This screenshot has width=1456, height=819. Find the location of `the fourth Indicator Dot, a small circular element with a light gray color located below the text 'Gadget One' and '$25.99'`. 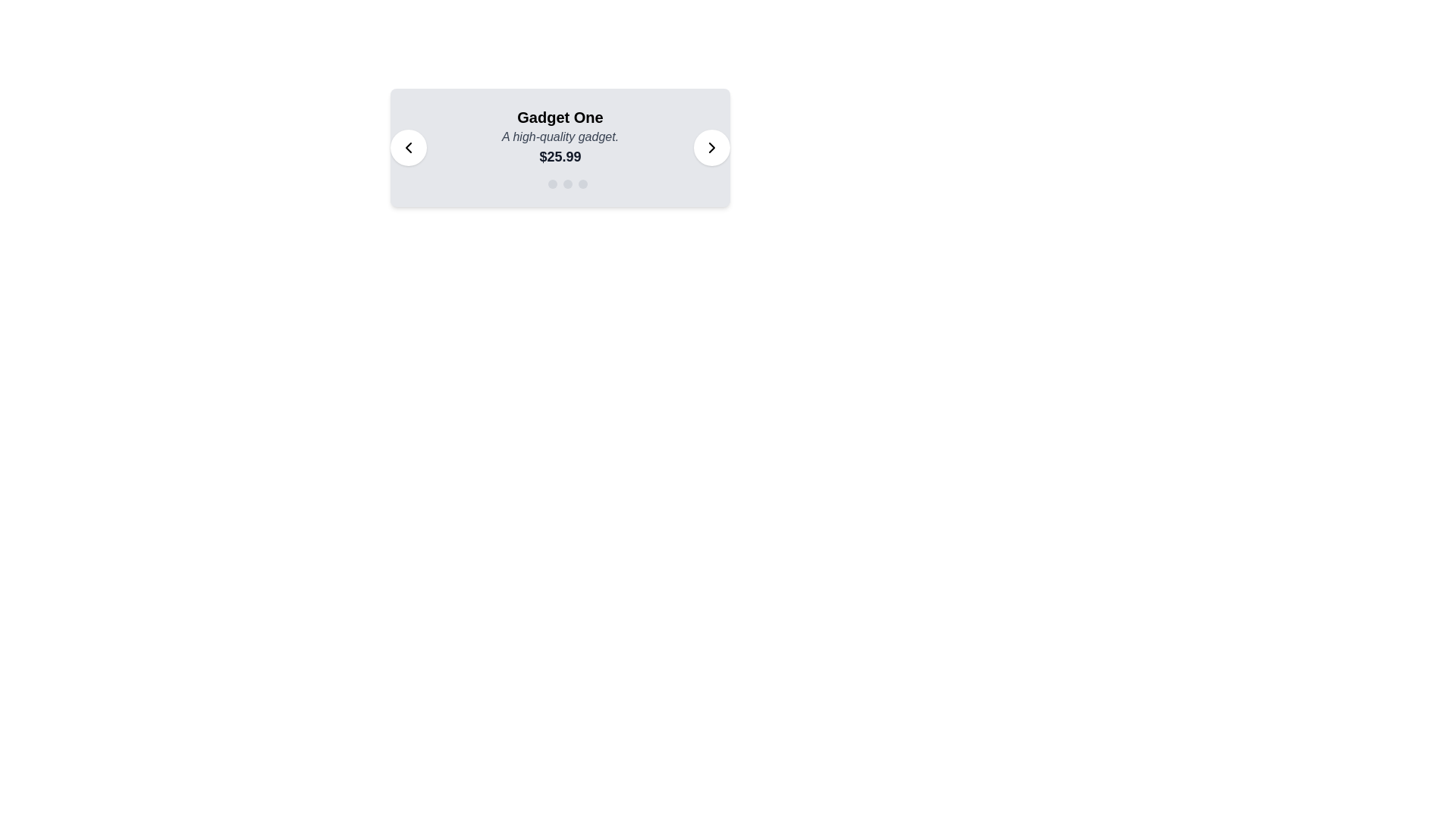

the fourth Indicator Dot, a small circular element with a light gray color located below the text 'Gadget One' and '$25.99' is located at coordinates (582, 184).